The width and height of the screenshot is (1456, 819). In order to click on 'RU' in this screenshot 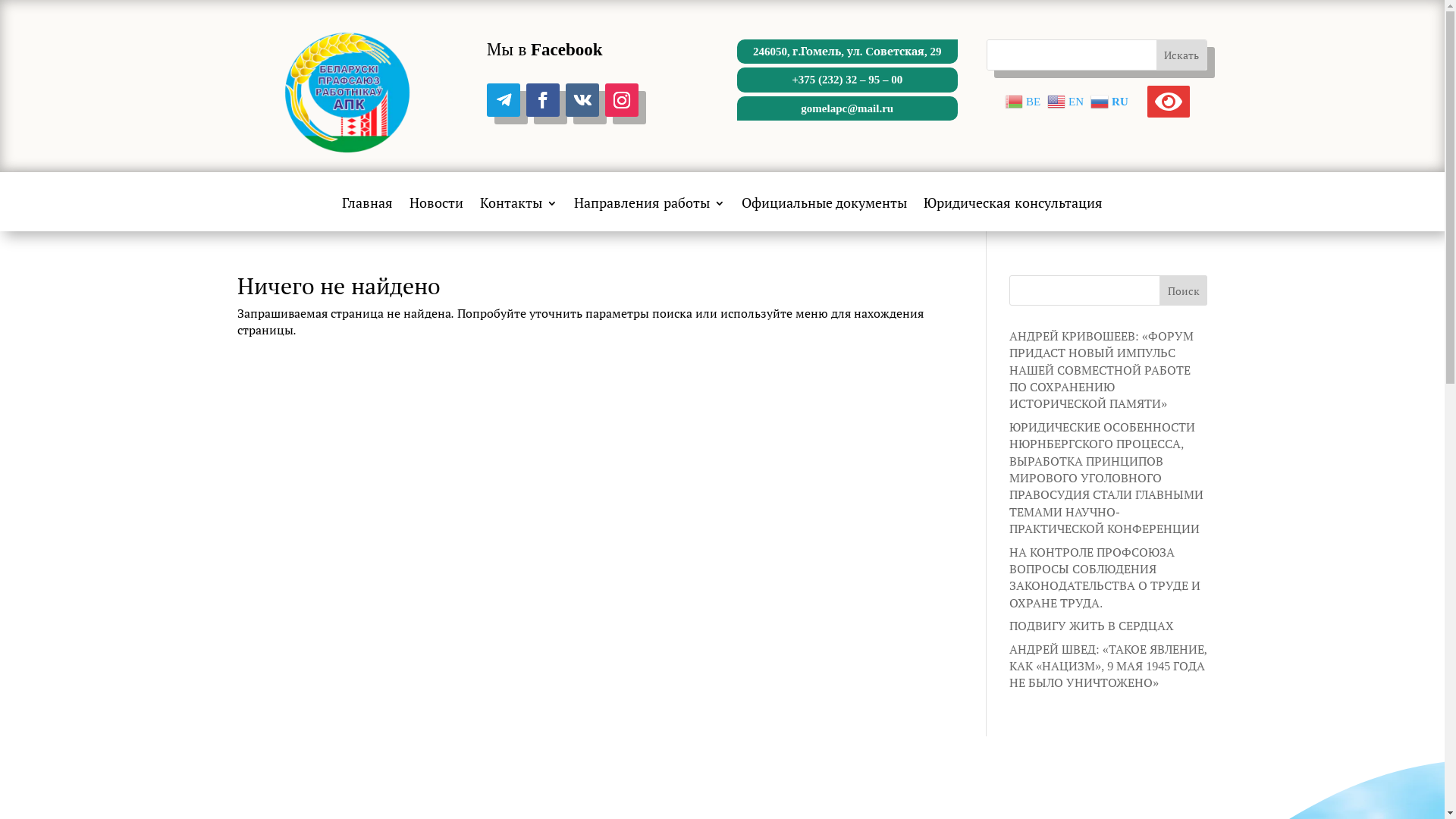, I will do `click(1111, 100)`.